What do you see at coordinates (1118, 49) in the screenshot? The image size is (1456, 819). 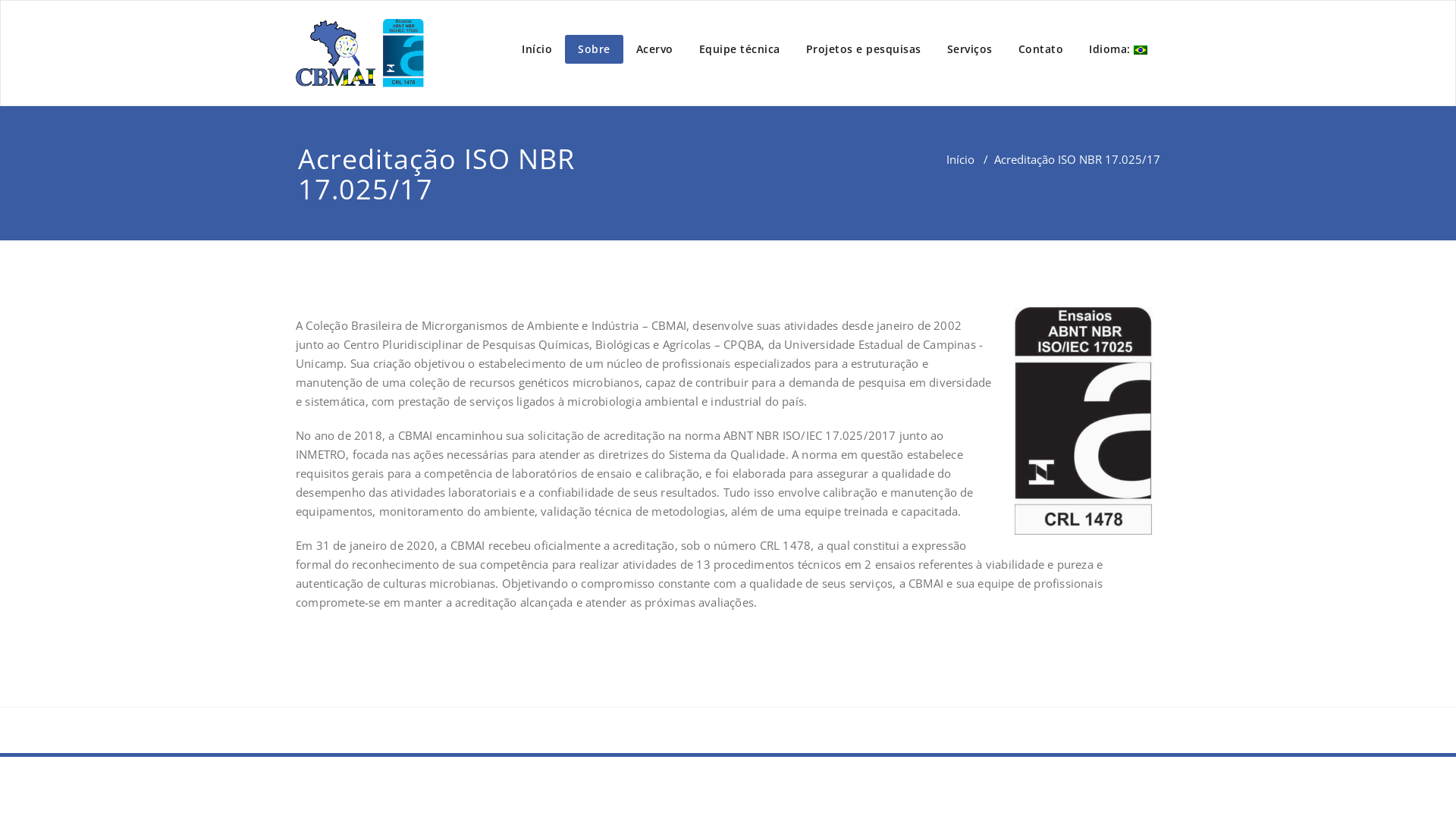 I see `'Idioma: '` at bounding box center [1118, 49].